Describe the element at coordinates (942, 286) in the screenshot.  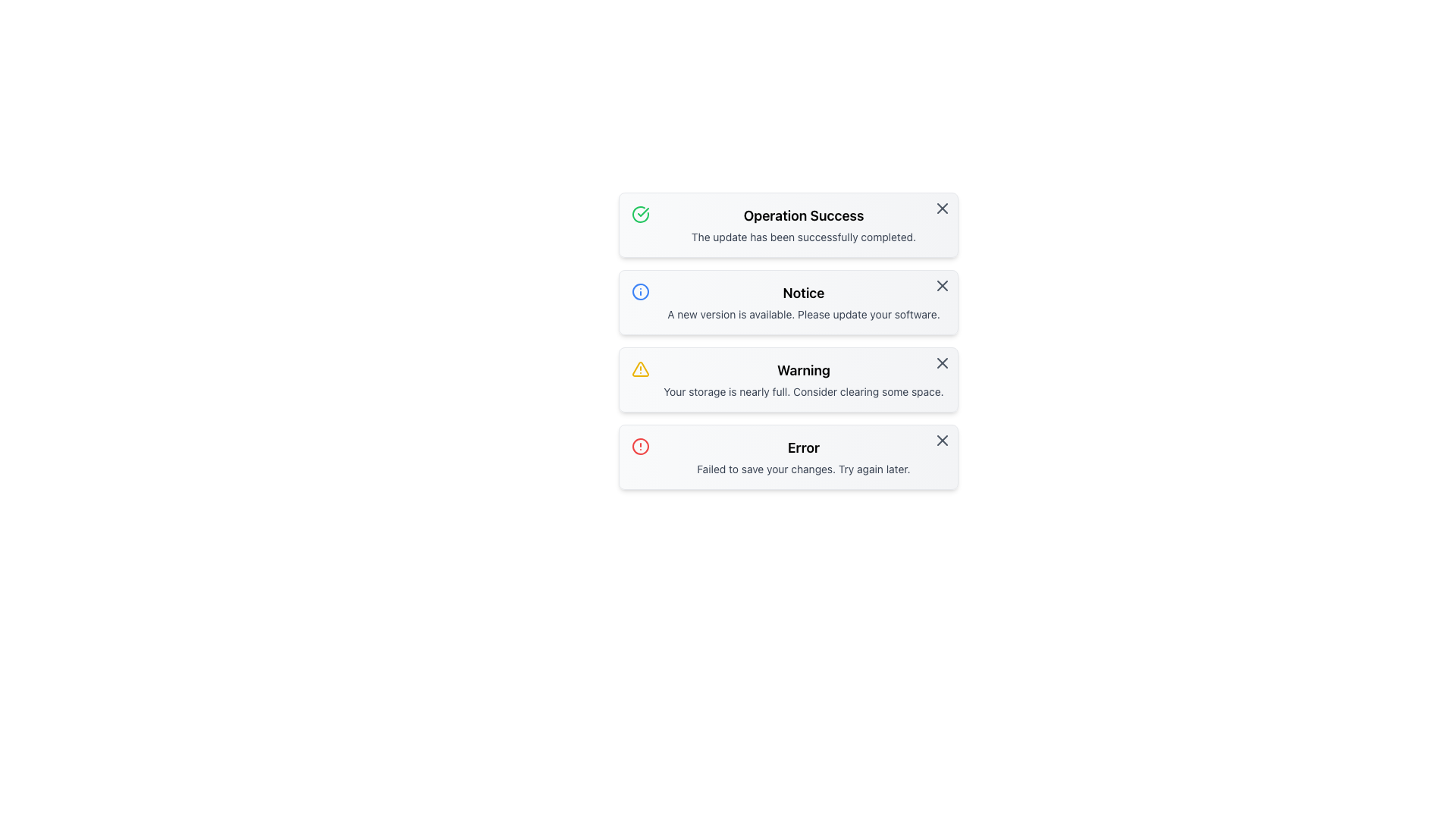
I see `the 'X' icon located at the top-right corner of the notice dialog` at that location.